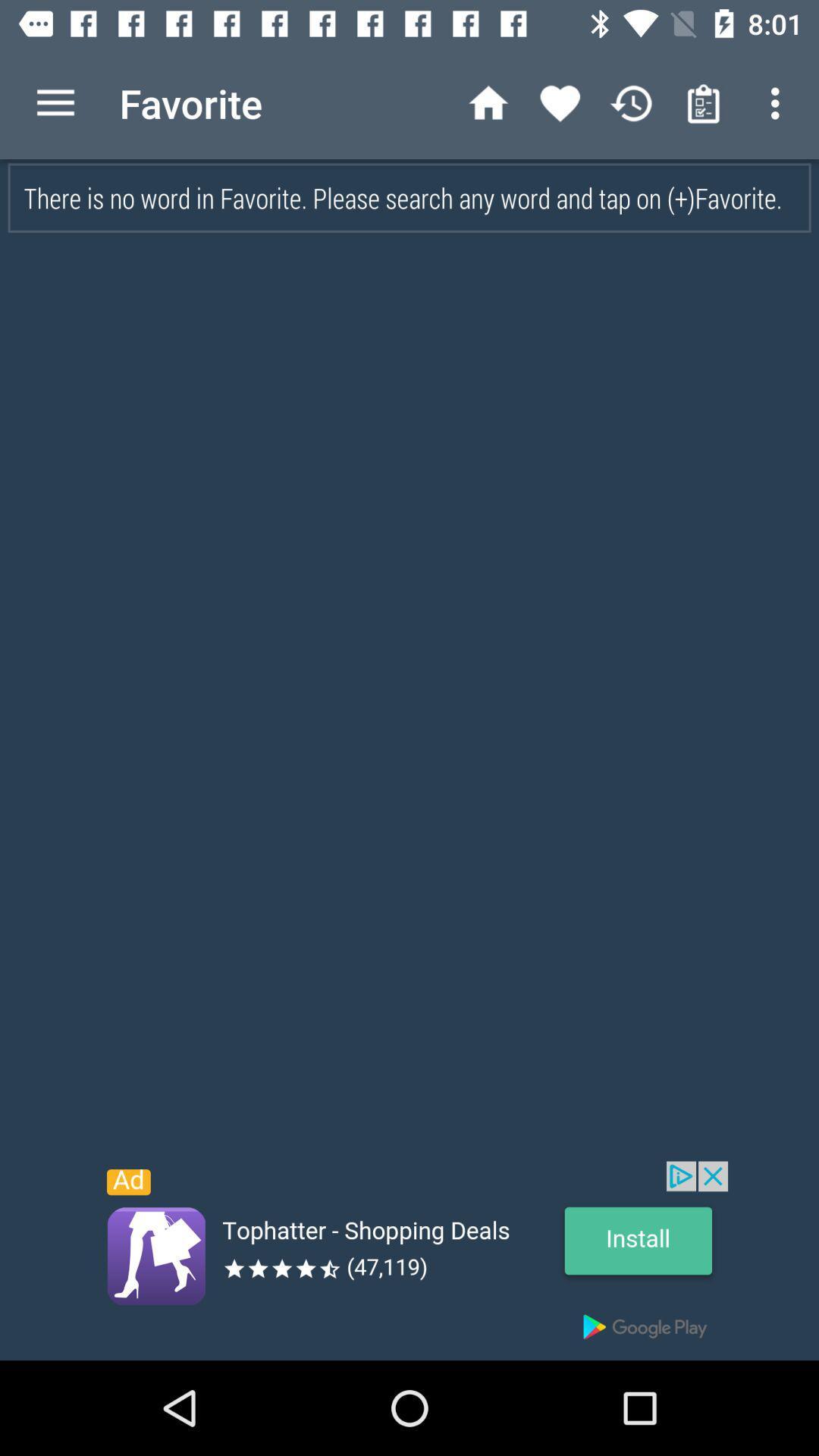 This screenshot has width=819, height=1456. Describe the element at coordinates (409, 1260) in the screenshot. I see `open advertisement` at that location.